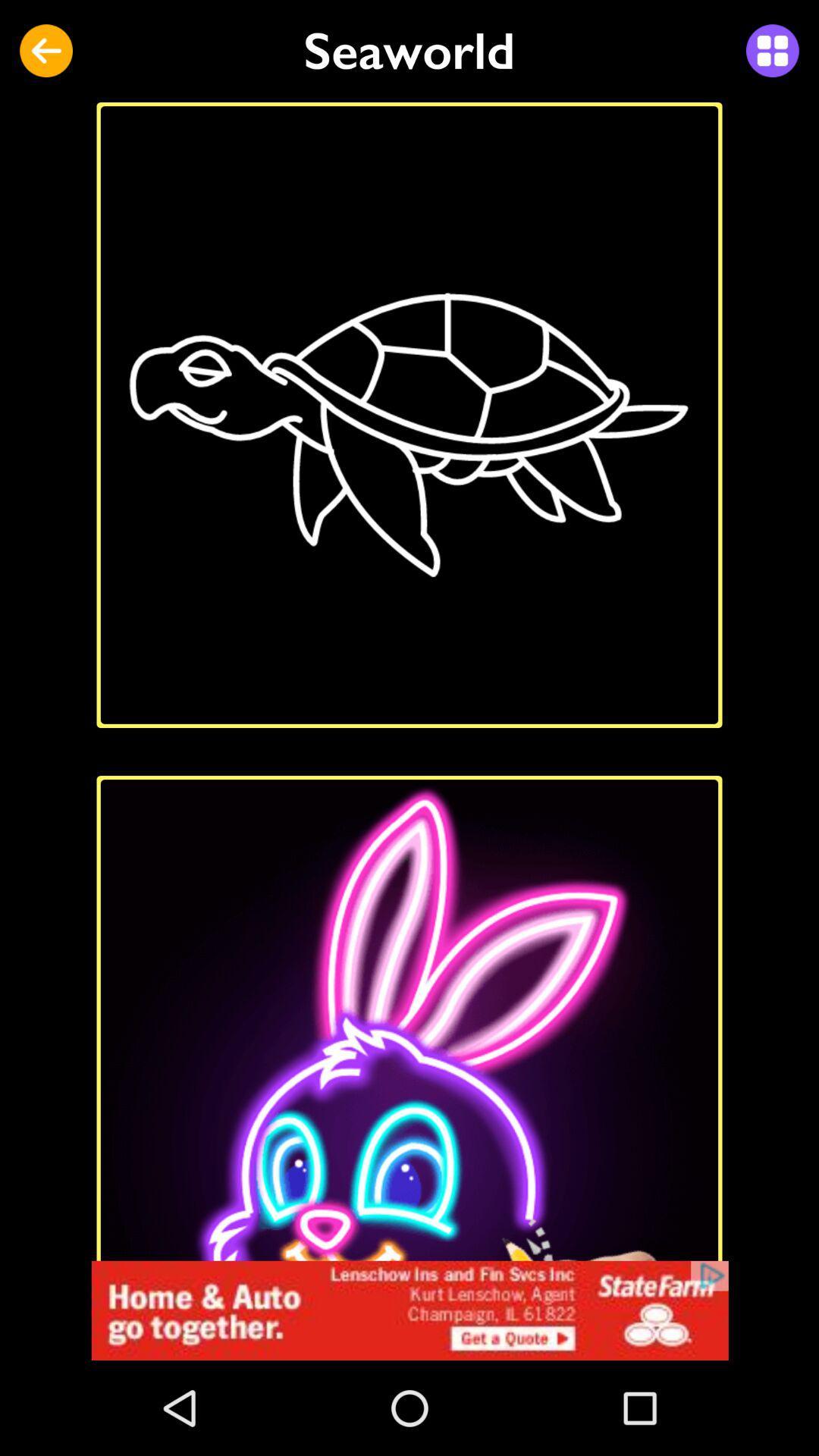  What do you see at coordinates (772, 51) in the screenshot?
I see `icon at the top right corner` at bounding box center [772, 51].